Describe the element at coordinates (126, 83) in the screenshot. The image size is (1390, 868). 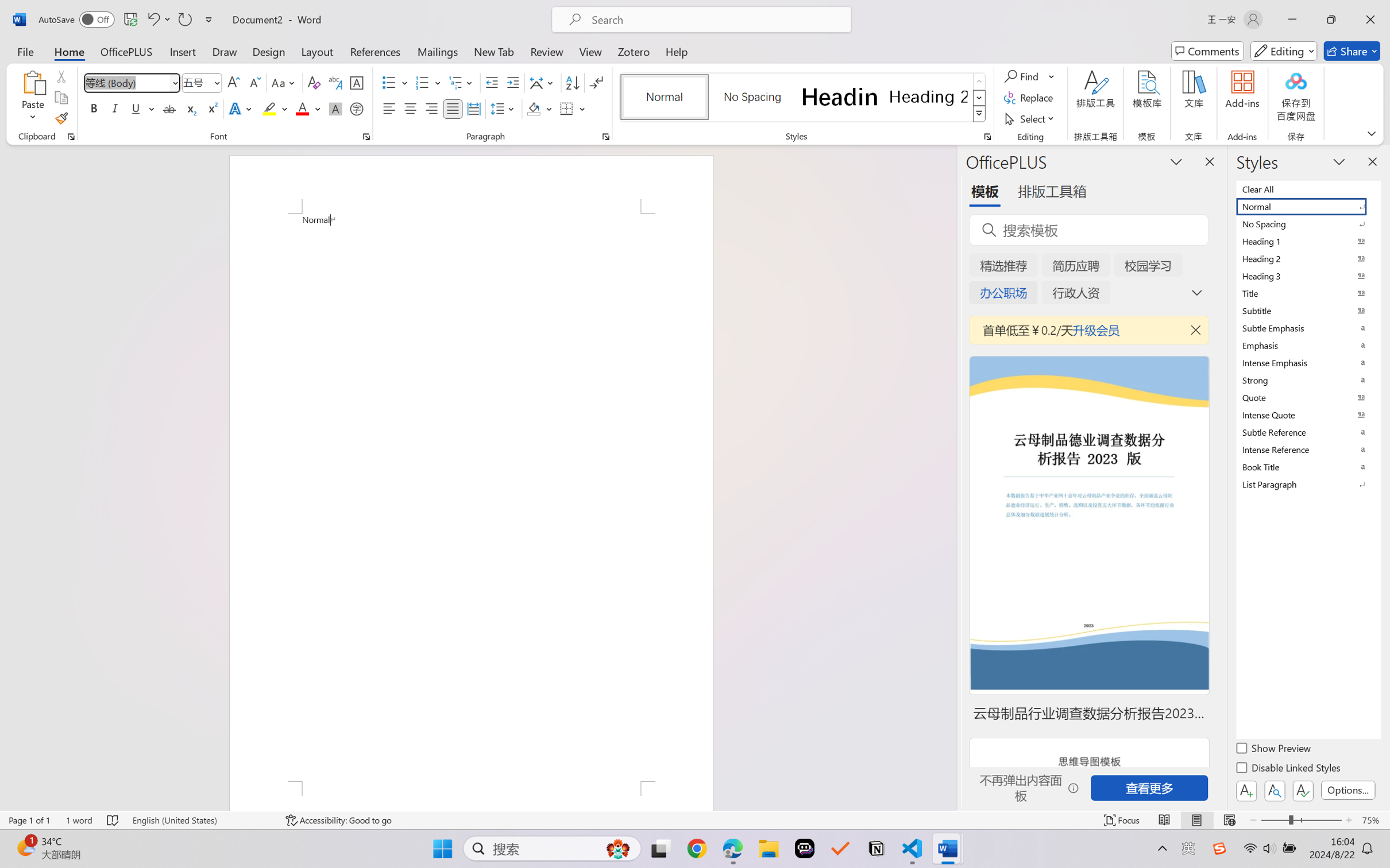
I see `'Font'` at that location.